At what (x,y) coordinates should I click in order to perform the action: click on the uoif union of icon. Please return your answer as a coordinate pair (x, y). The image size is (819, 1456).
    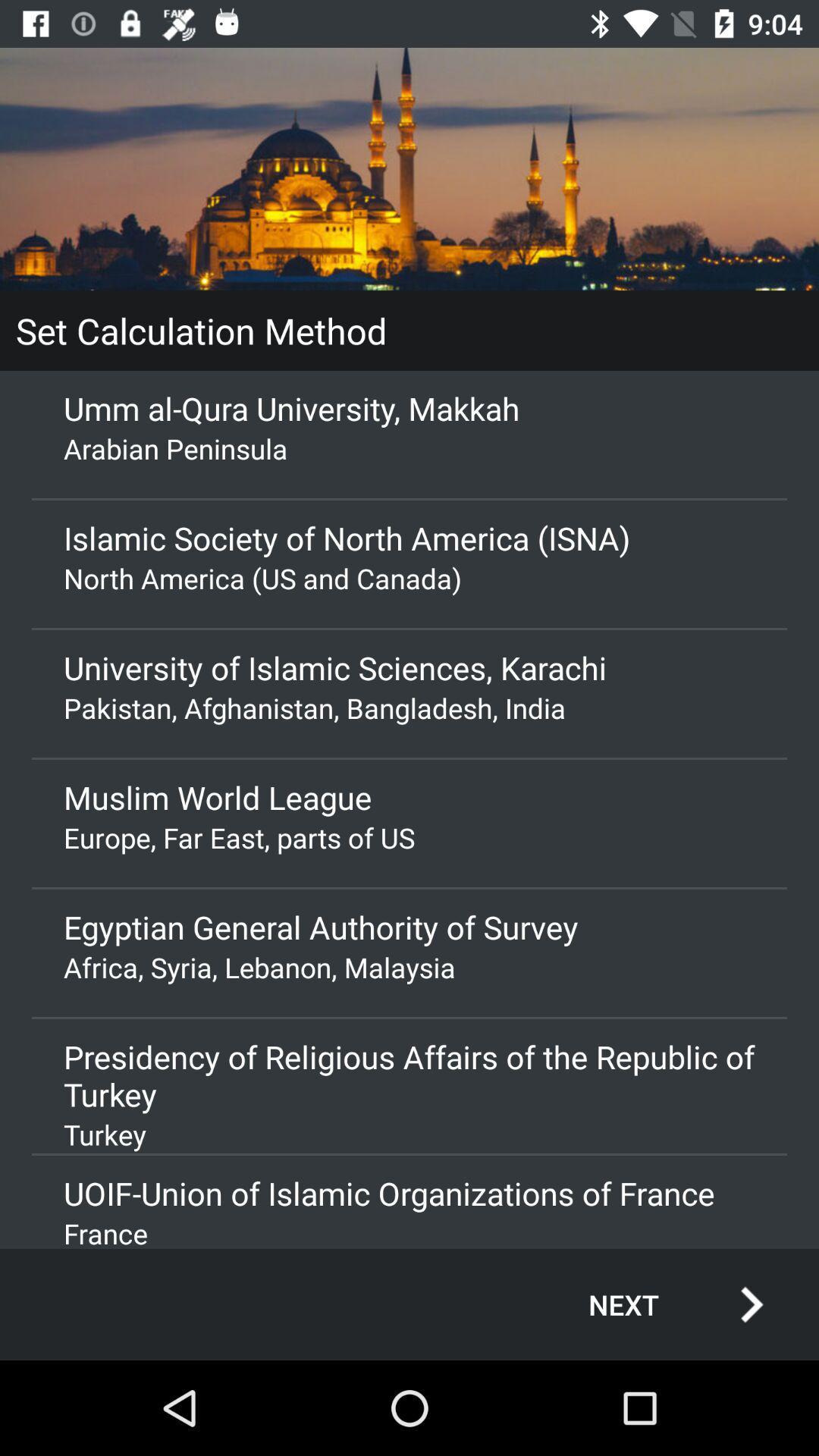
    Looking at the image, I should click on (409, 1192).